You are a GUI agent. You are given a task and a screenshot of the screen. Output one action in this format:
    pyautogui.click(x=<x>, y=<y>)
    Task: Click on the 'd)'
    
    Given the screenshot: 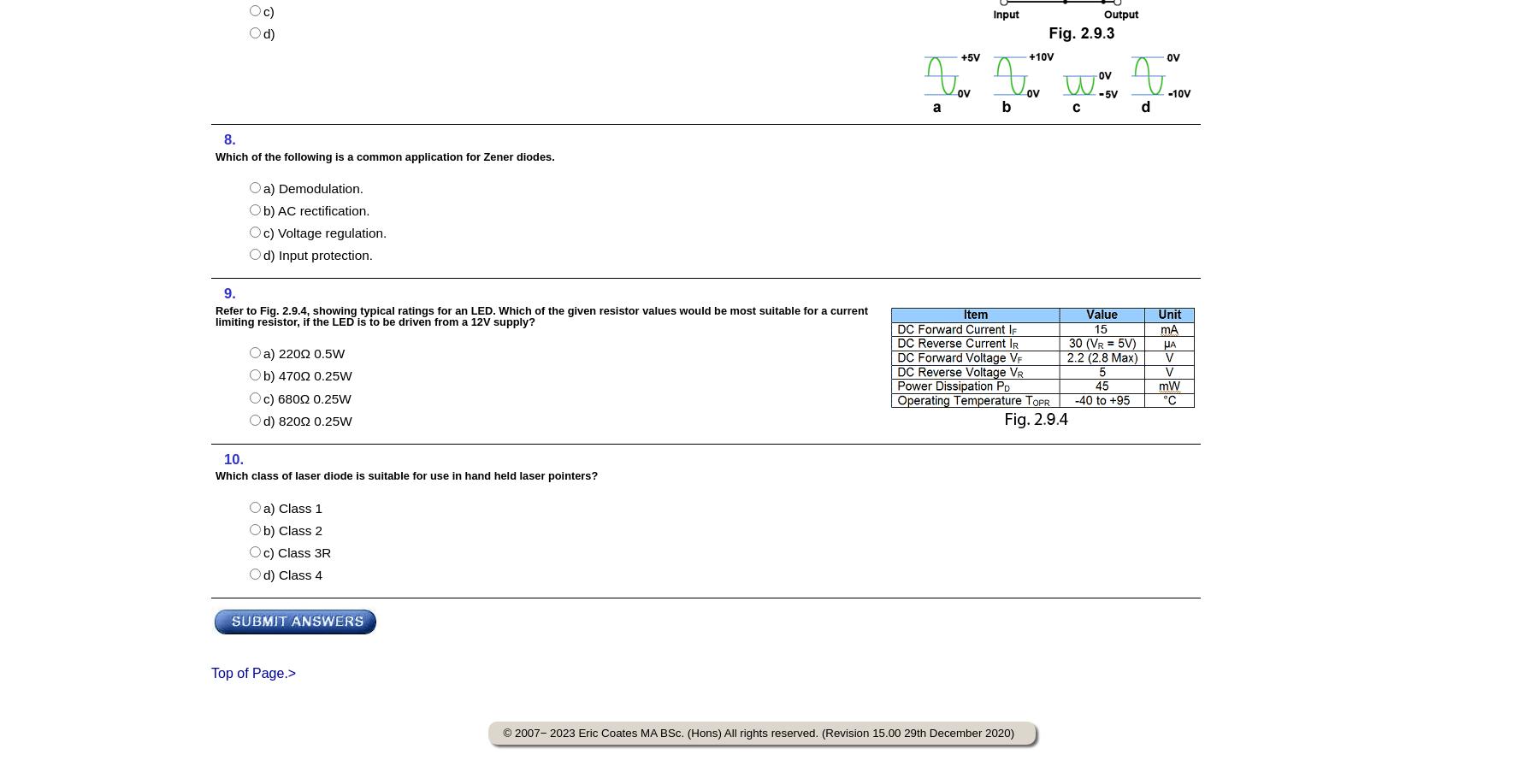 What is the action you would take?
    pyautogui.click(x=268, y=32)
    